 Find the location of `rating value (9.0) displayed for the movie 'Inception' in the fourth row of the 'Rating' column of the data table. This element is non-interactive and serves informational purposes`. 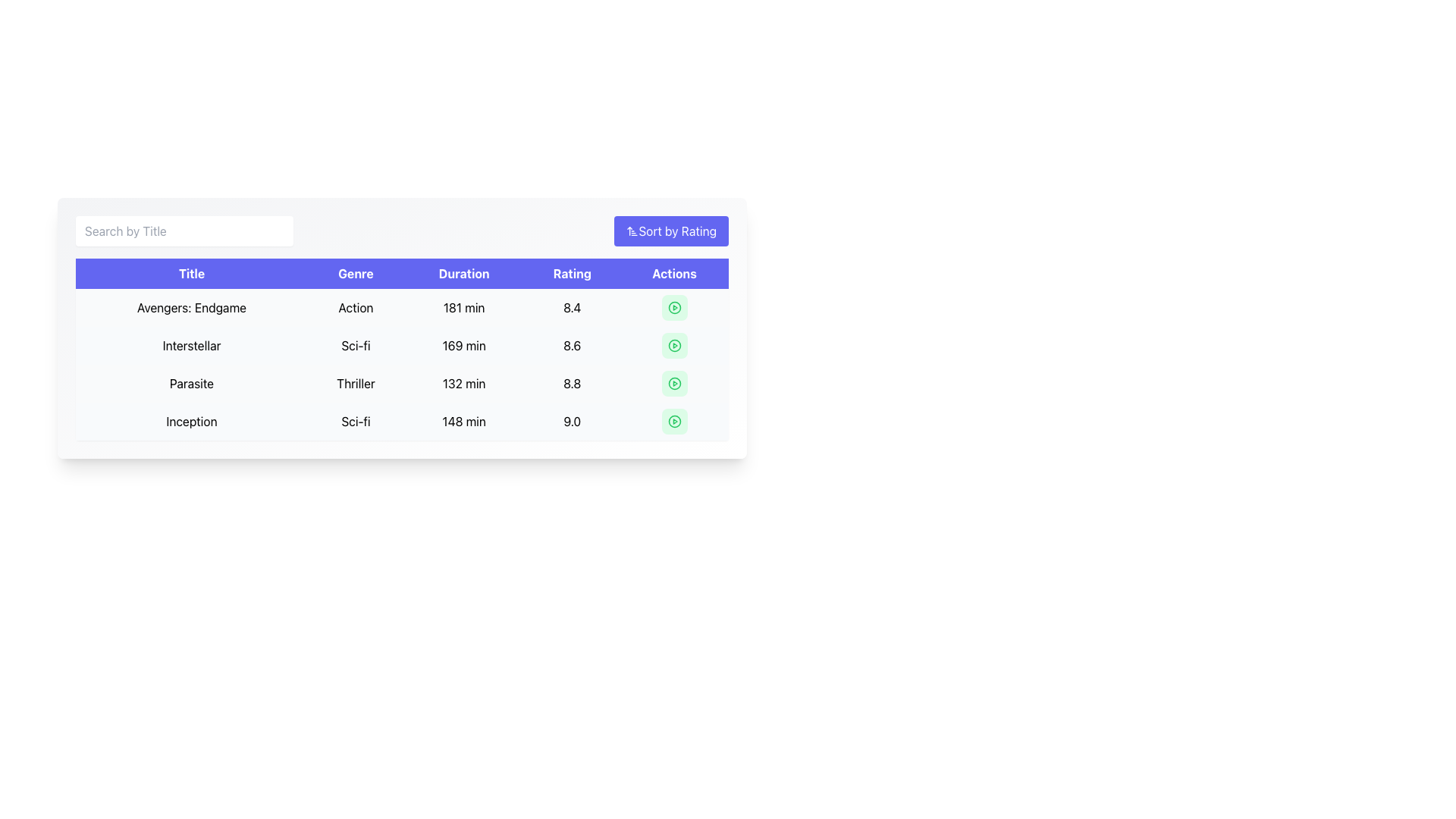

rating value (9.0) displayed for the movie 'Inception' in the fourth row of the 'Rating' column of the data table. This element is non-interactive and serves informational purposes is located at coordinates (571, 421).